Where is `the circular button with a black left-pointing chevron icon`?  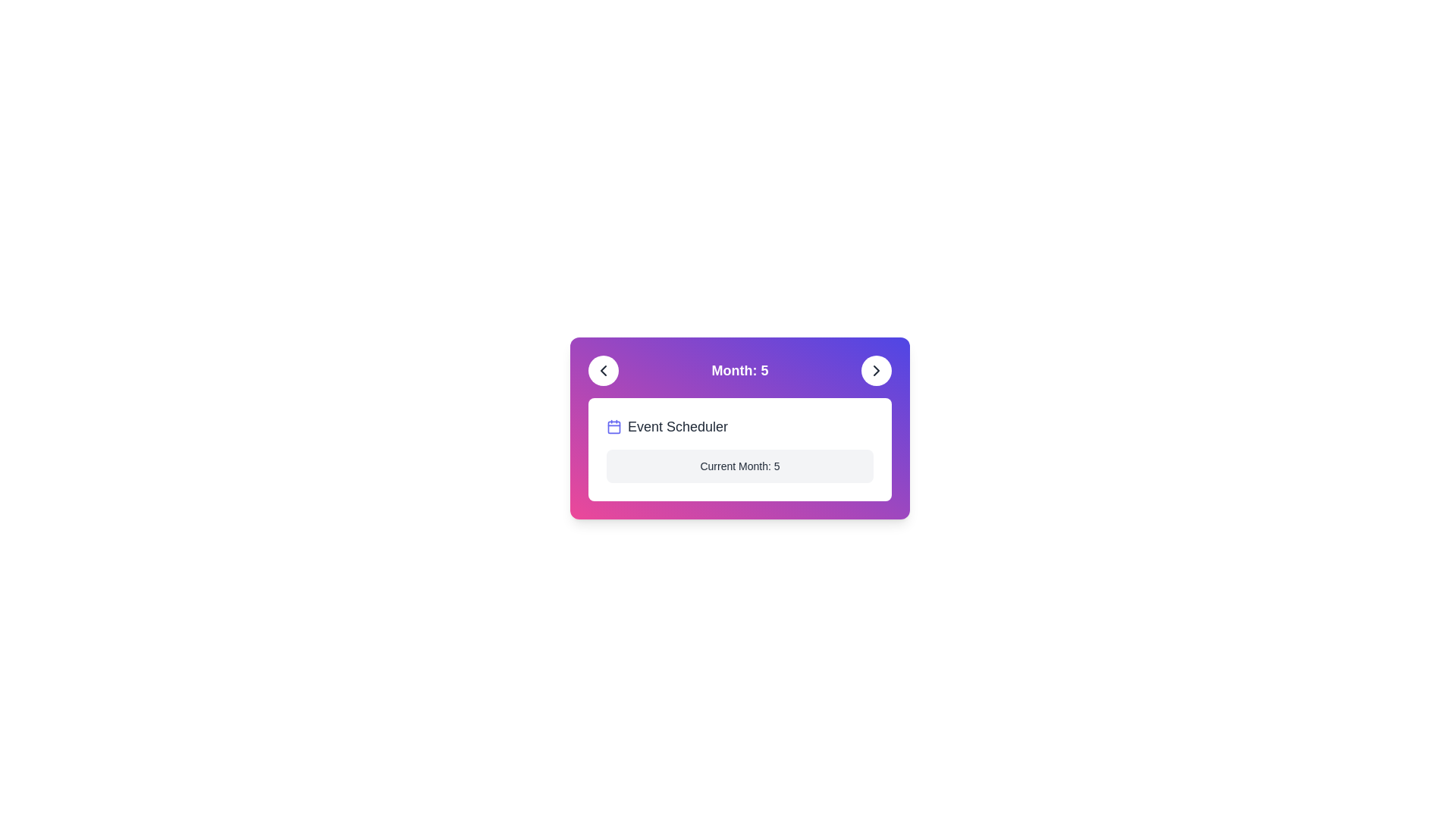 the circular button with a black left-pointing chevron icon is located at coordinates (603, 371).